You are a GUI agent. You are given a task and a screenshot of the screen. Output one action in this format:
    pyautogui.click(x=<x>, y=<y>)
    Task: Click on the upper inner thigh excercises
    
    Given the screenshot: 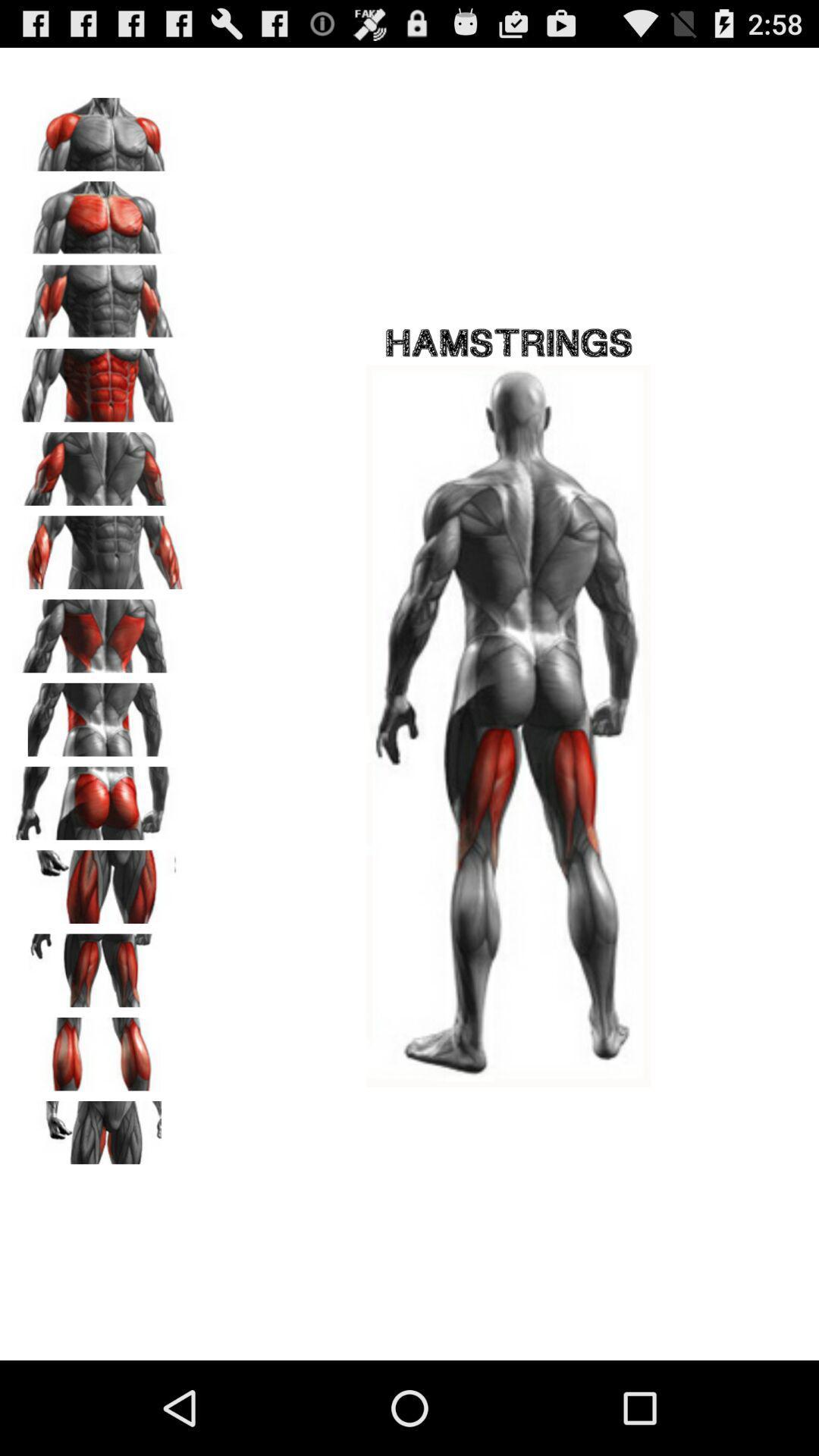 What is the action you would take?
    pyautogui.click(x=99, y=1132)
    